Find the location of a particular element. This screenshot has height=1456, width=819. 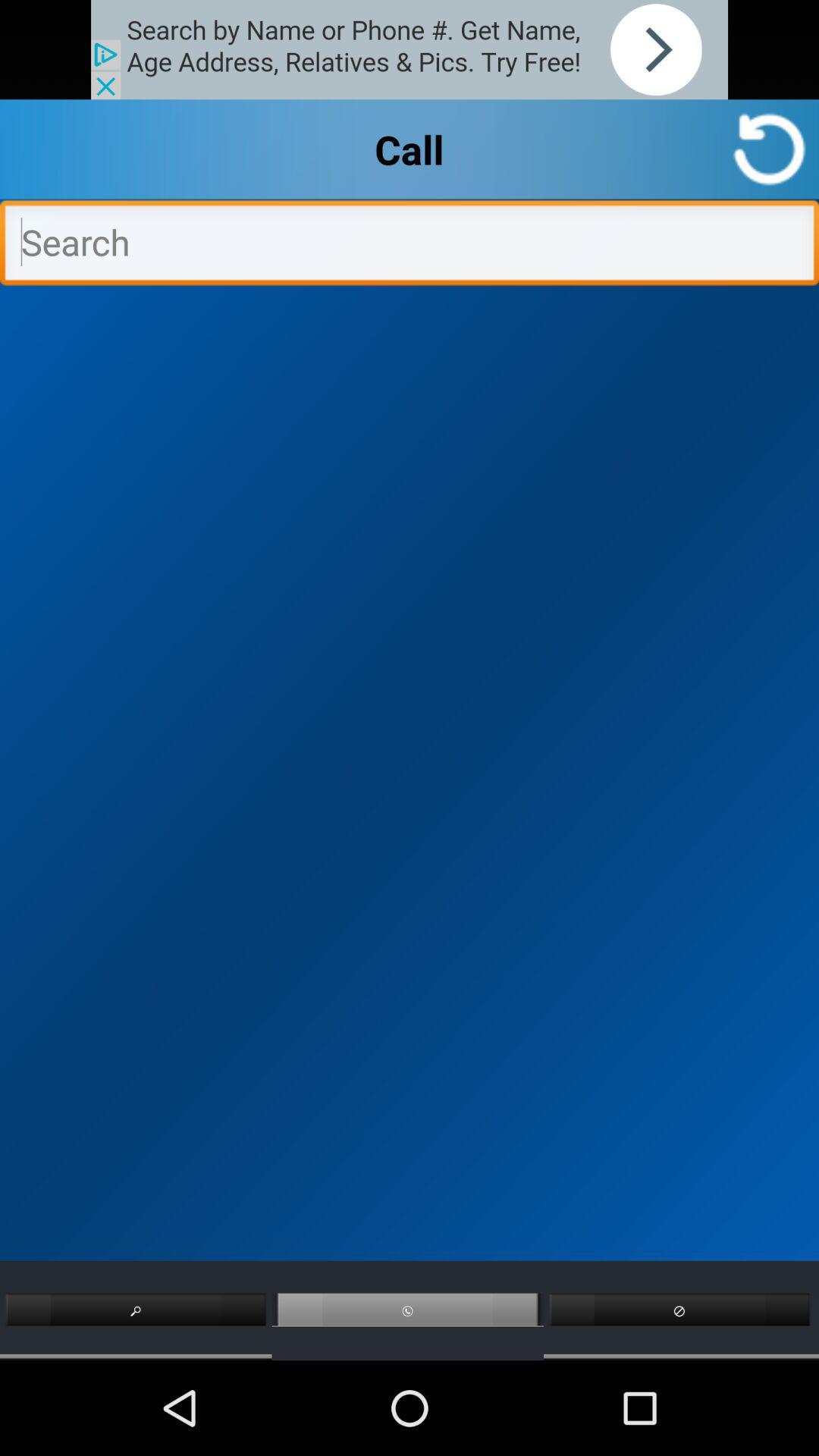

announcement is located at coordinates (409, 49).